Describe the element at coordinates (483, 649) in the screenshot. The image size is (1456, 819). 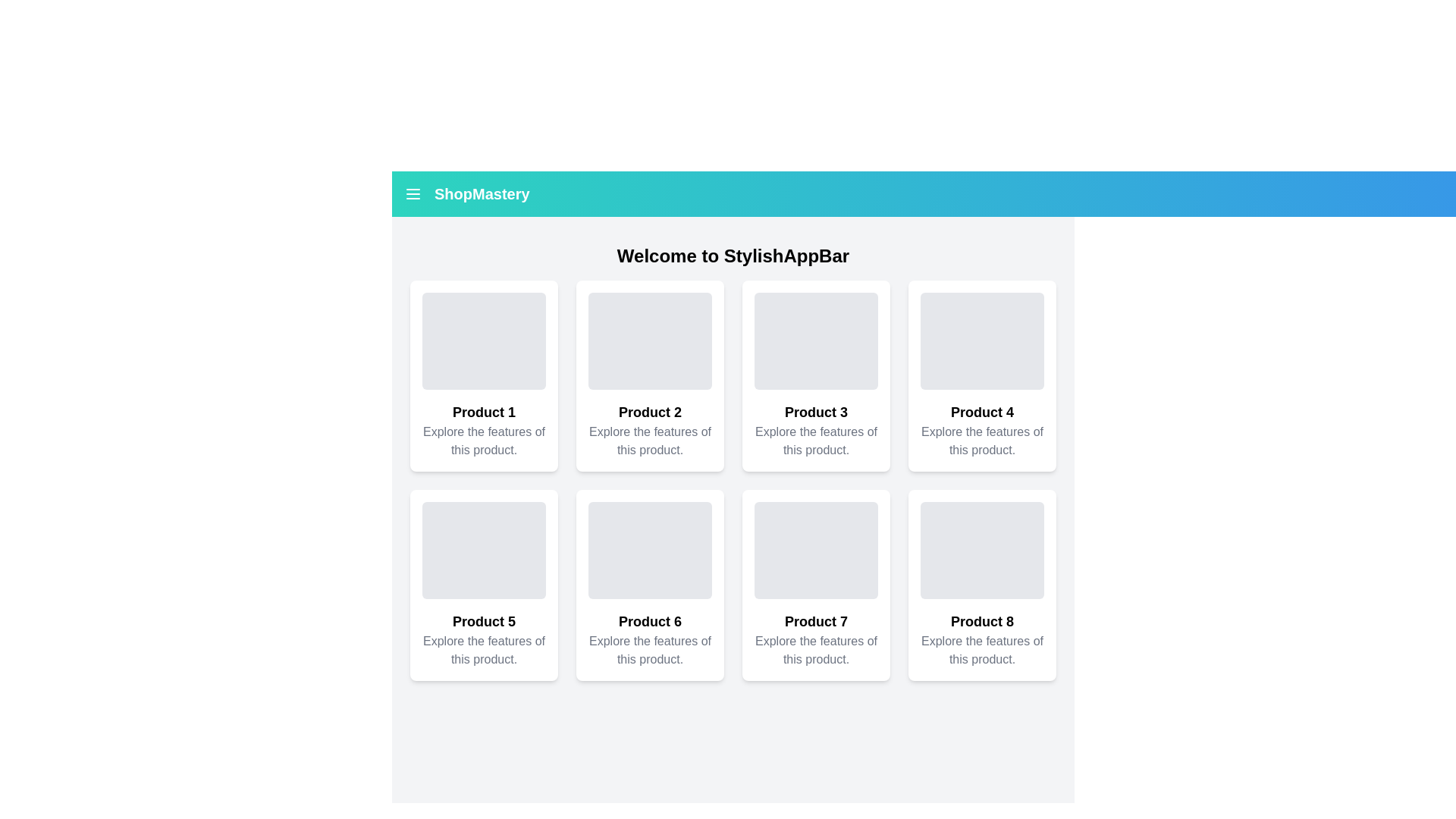
I see `the text element reading 'Explore the features of this product.' located underneath the 'Product 5' title in the second row, first column of a 3x3 grid to trigger any tooltips if present` at that location.